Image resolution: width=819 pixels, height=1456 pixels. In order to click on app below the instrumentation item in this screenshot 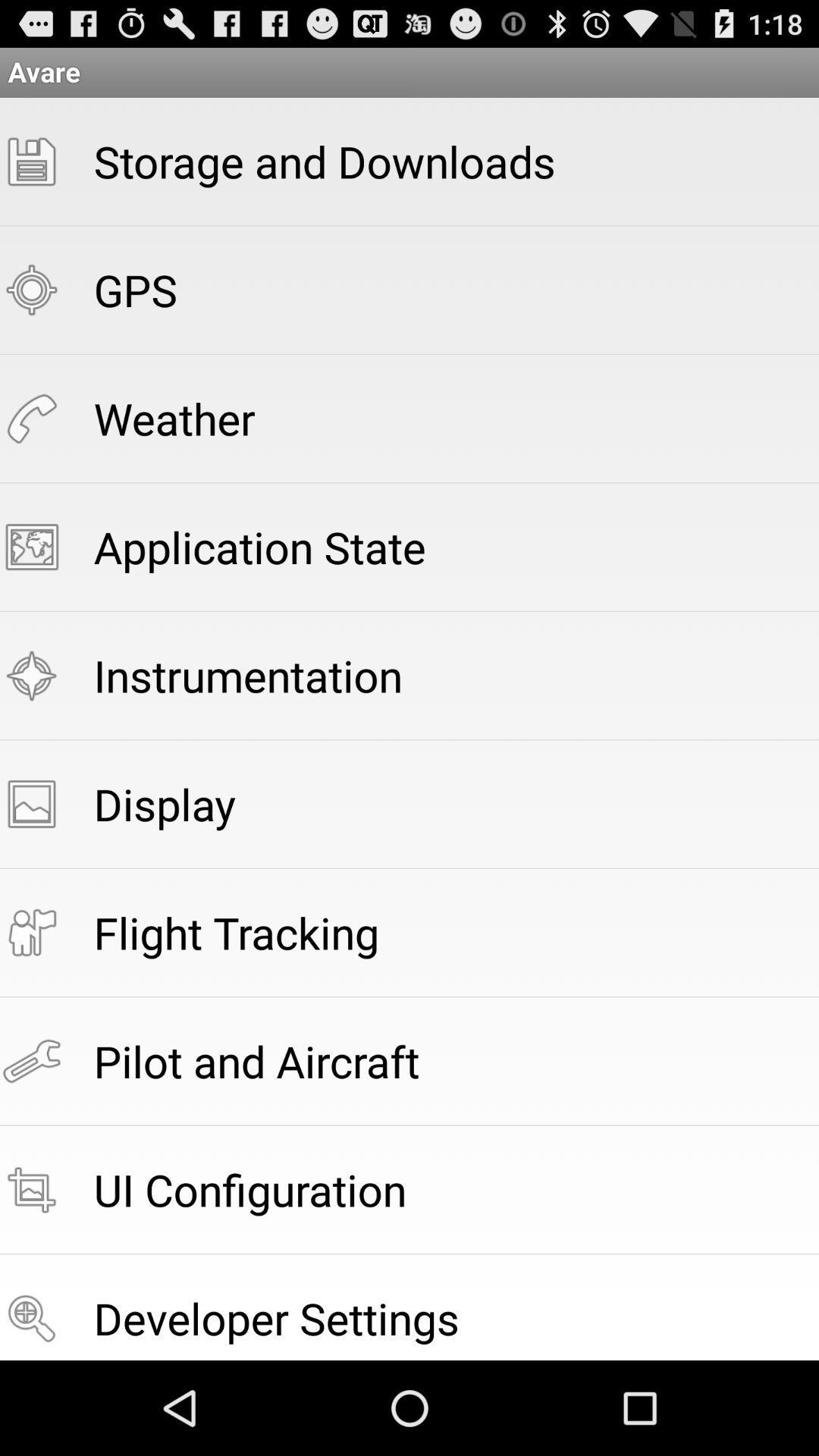, I will do `click(165, 803)`.